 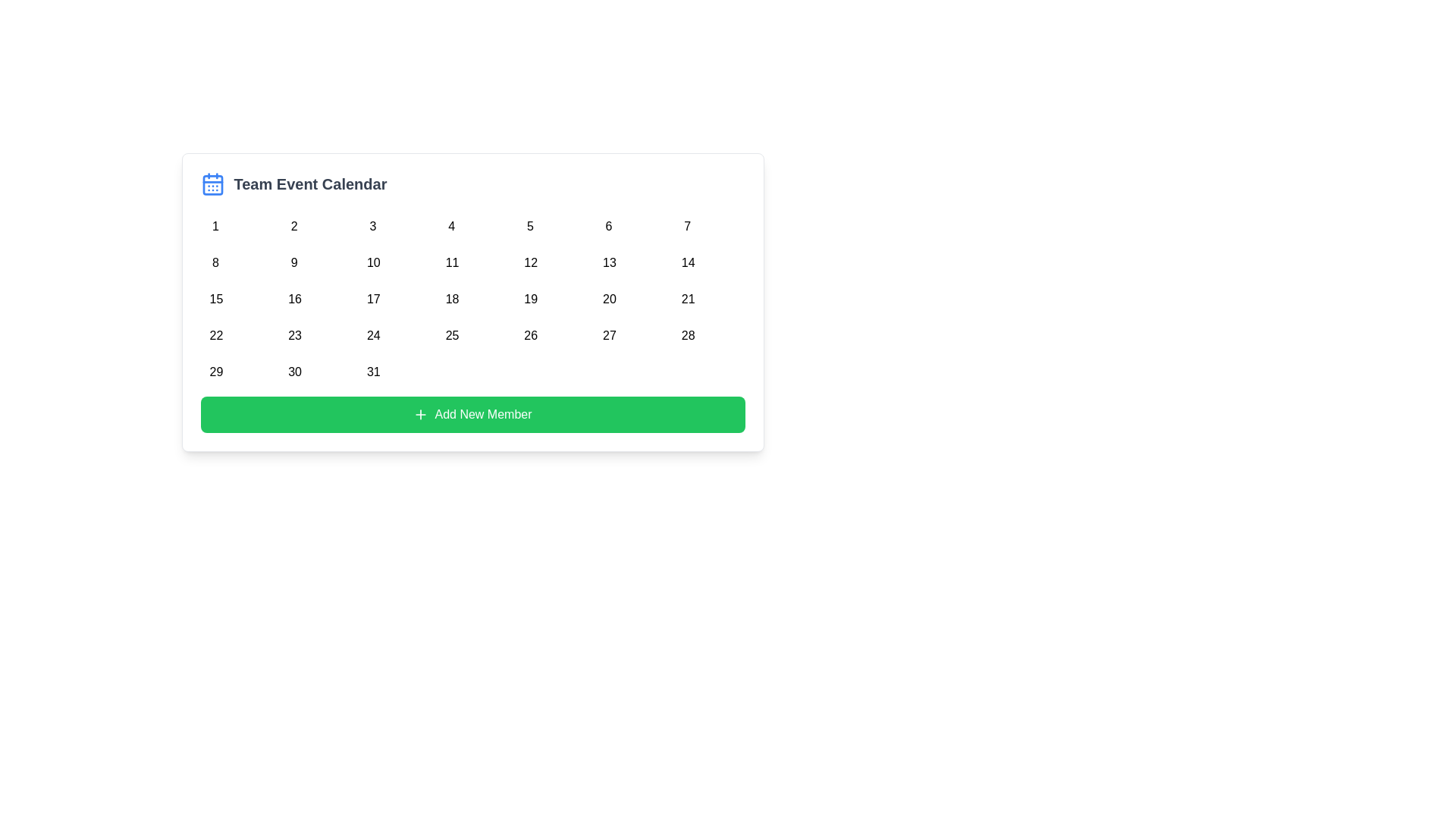 I want to click on the number in the central grid of the Team Event Calendar, so click(x=472, y=296).